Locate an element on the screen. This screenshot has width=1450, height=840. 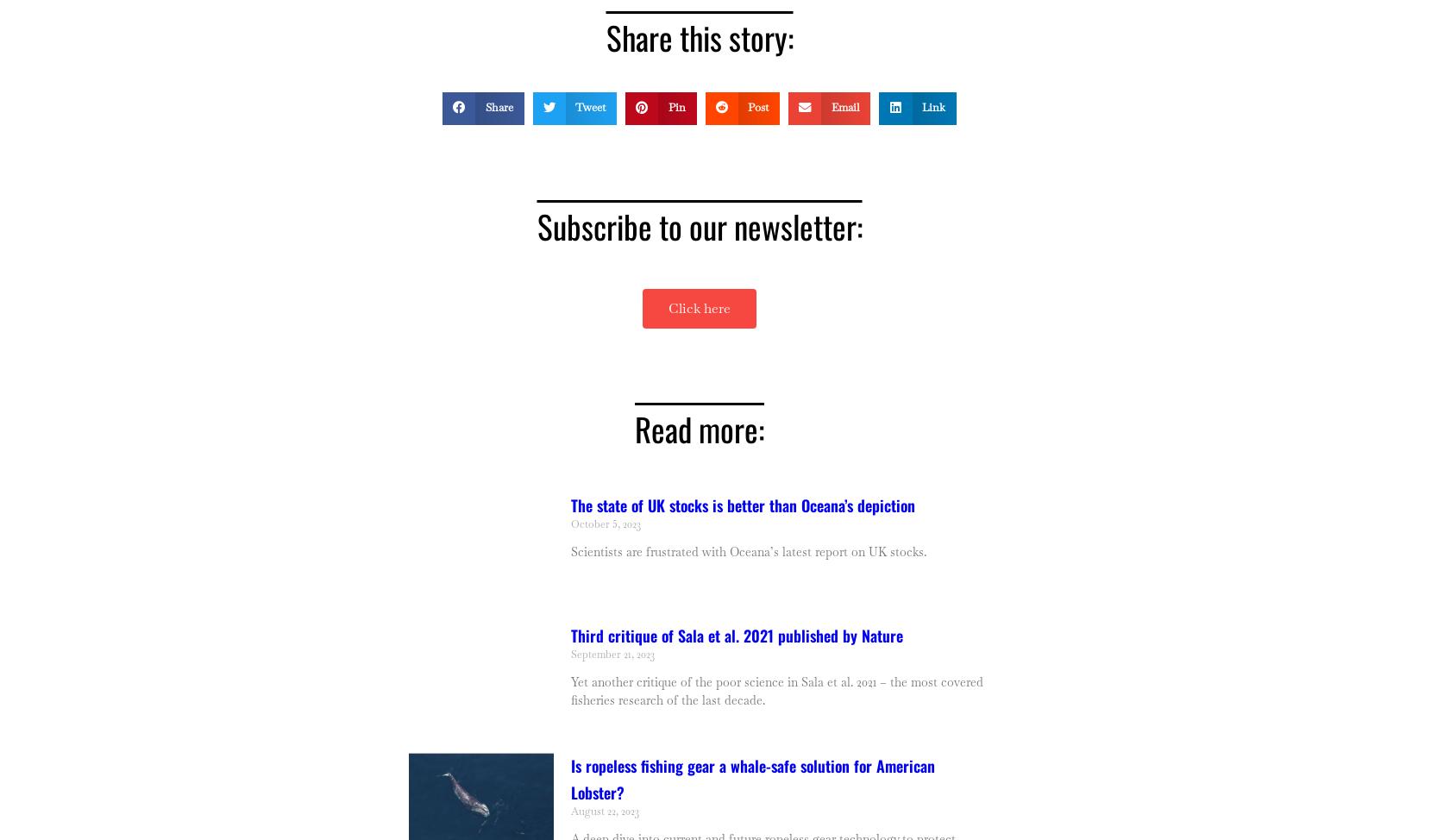
'Tweet' is located at coordinates (574, 106).